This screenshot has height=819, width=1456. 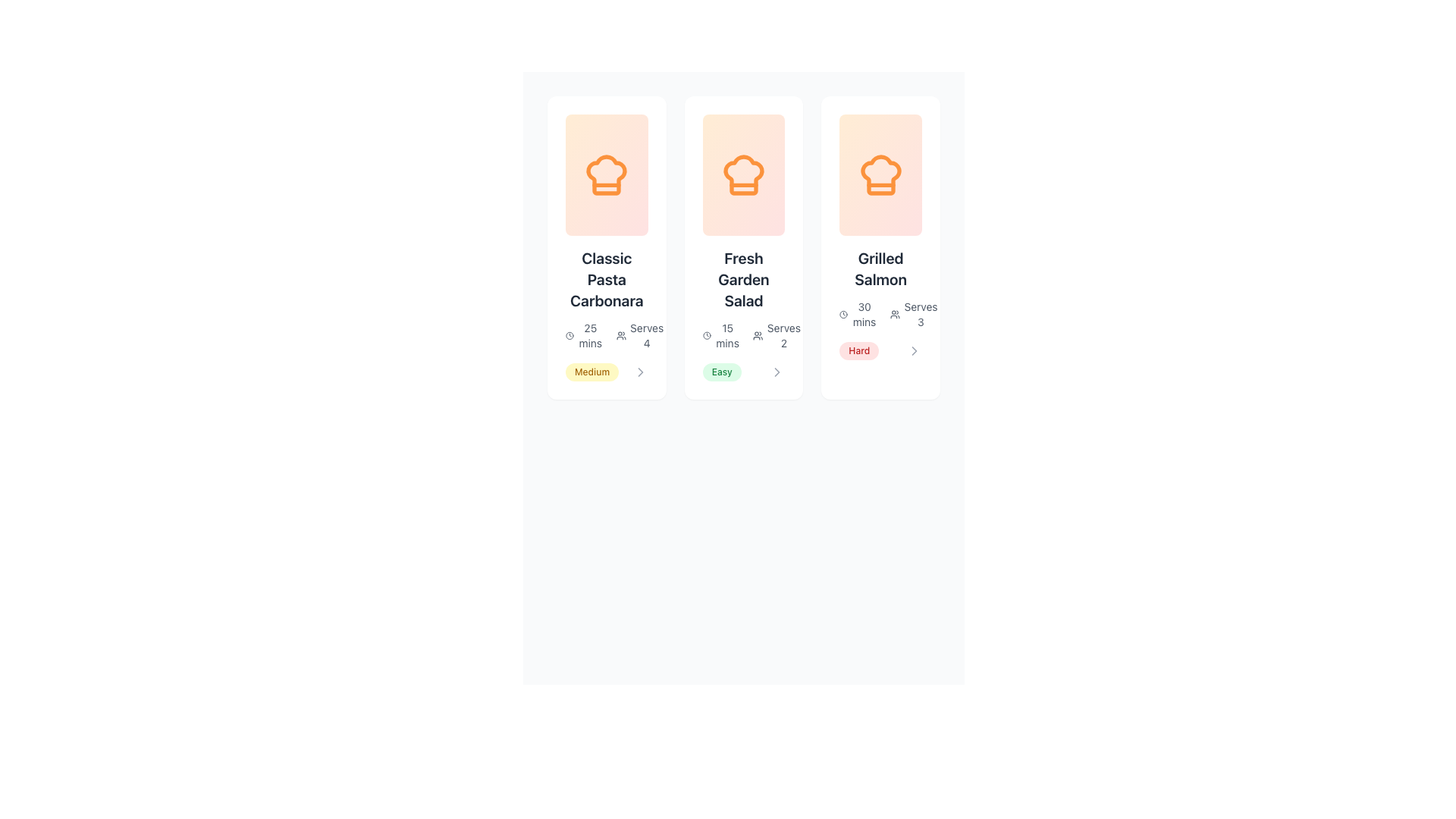 What do you see at coordinates (706, 335) in the screenshot?
I see `the clock icon located to the left of the text '15 mins' in the second card section under the title 'Fresh Garden Salad'` at bounding box center [706, 335].